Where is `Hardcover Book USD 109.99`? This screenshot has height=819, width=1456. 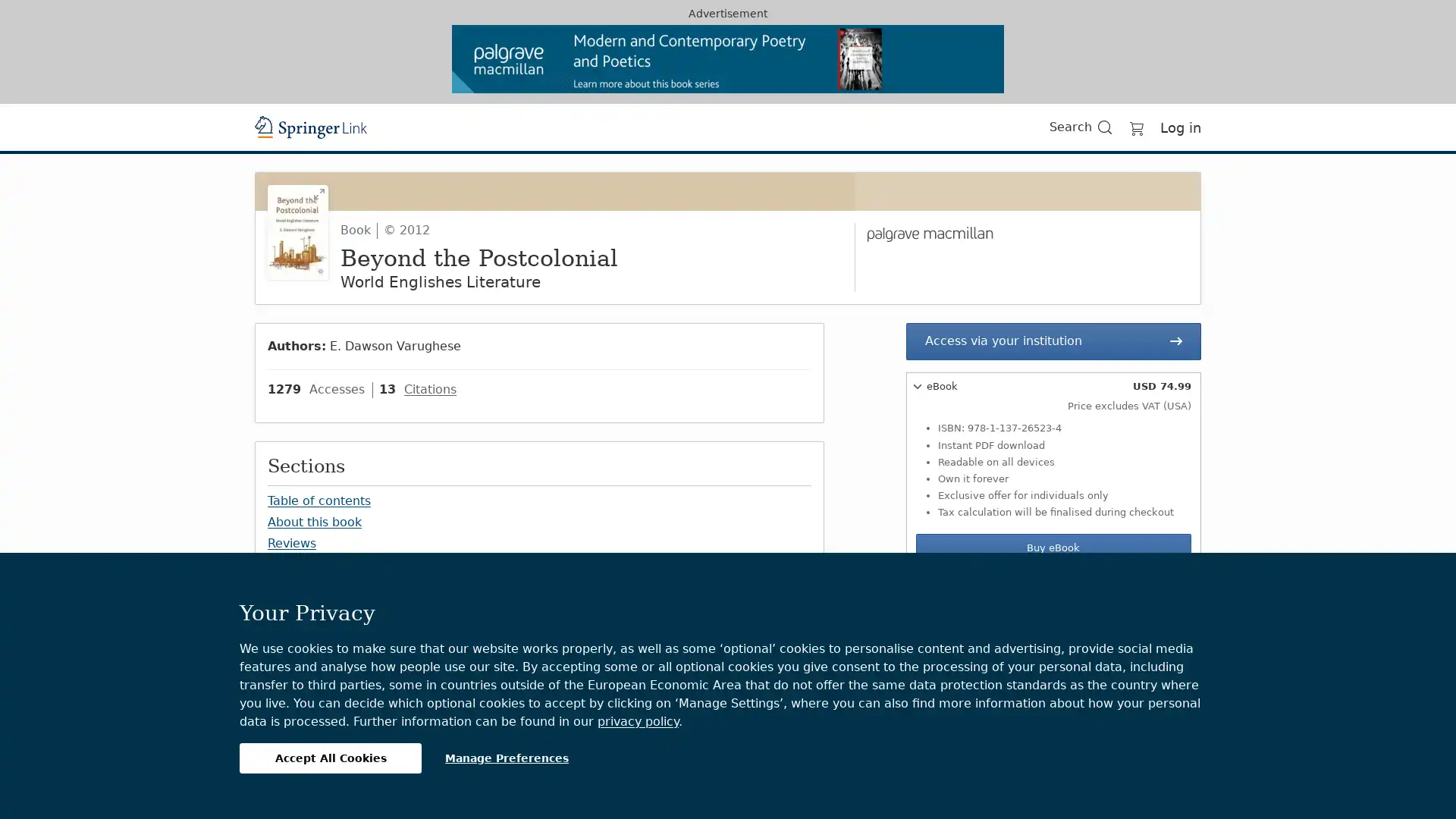
Hardcover Book USD 109.99 is located at coordinates (1052, 611).